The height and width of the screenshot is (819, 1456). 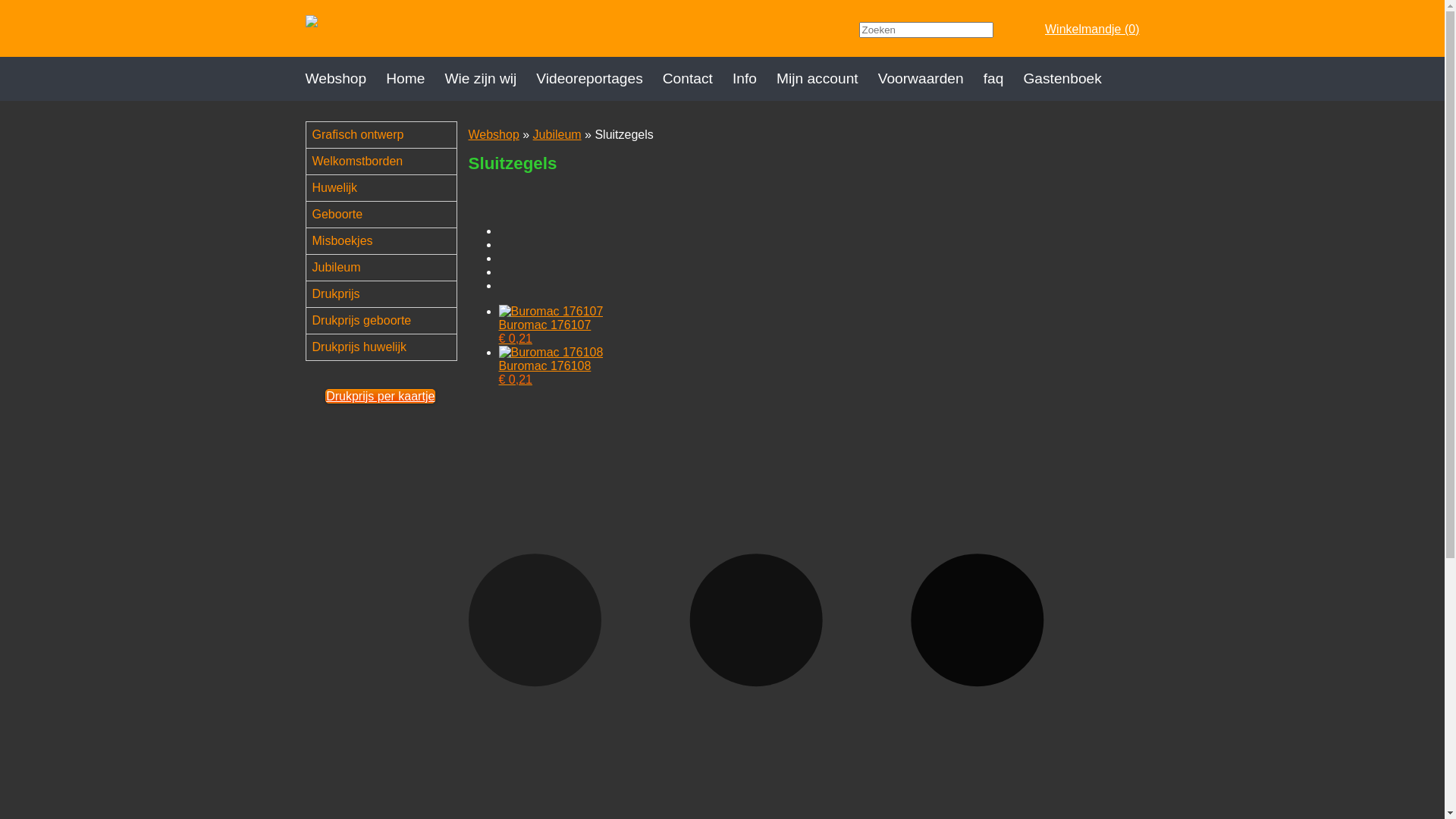 I want to click on 'Grafisch ontwerp', so click(x=387, y=133).